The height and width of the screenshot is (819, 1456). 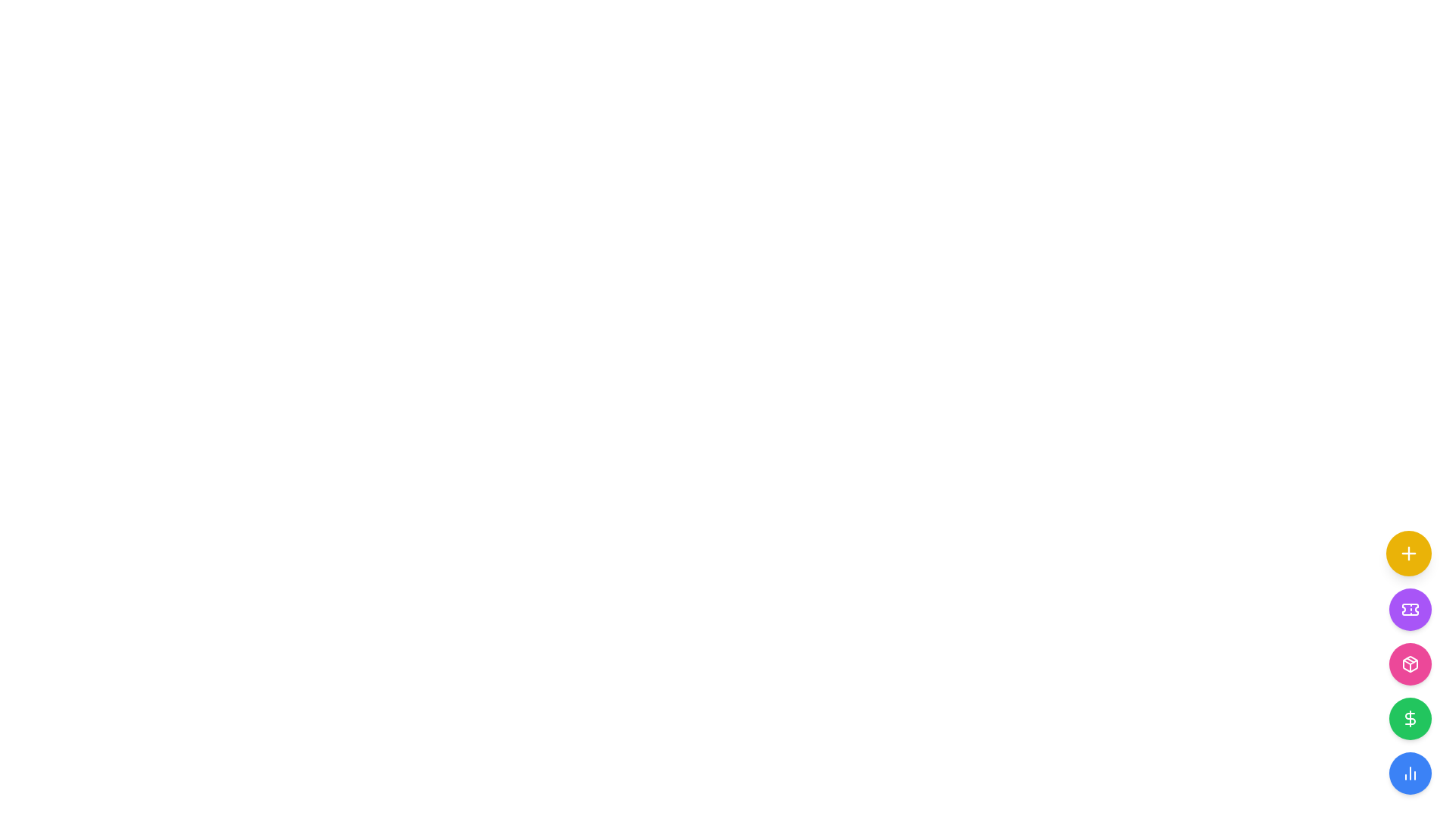 I want to click on the fifth button at the bottom of a vertically aligned set of buttons, so click(x=1410, y=773).